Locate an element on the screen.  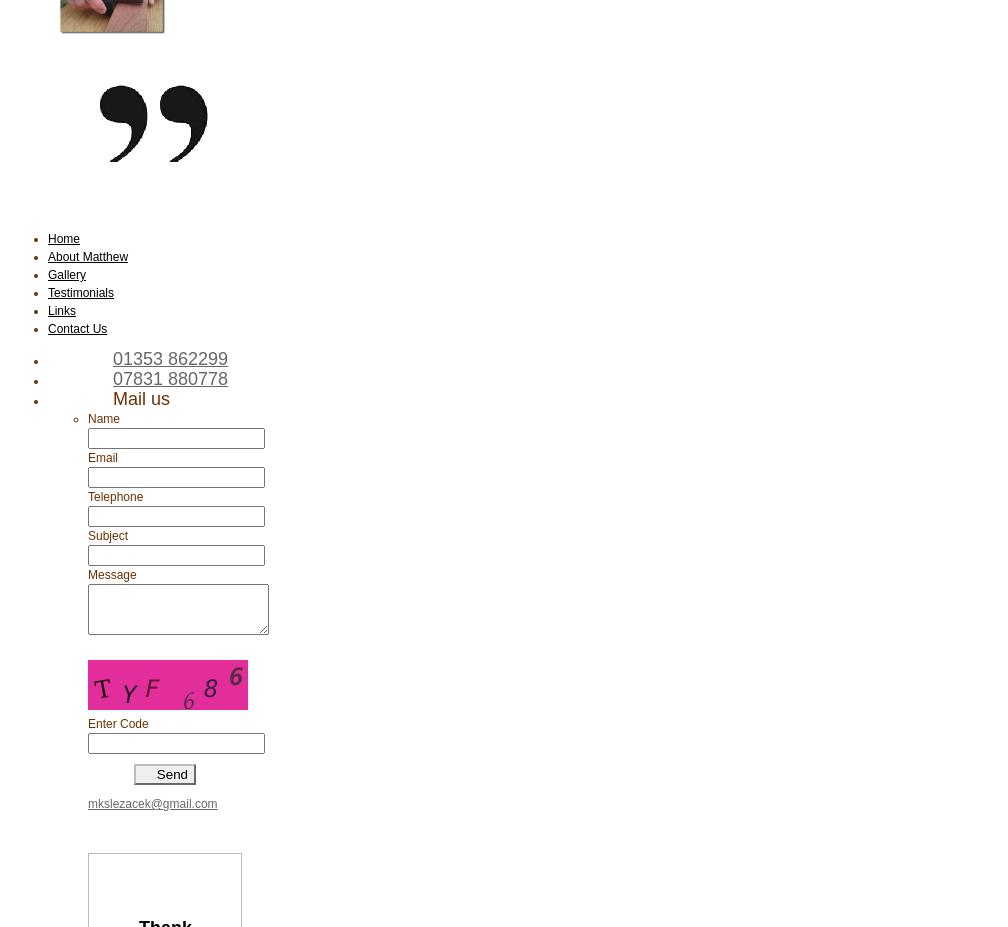
'Contact Us' is located at coordinates (47, 327).